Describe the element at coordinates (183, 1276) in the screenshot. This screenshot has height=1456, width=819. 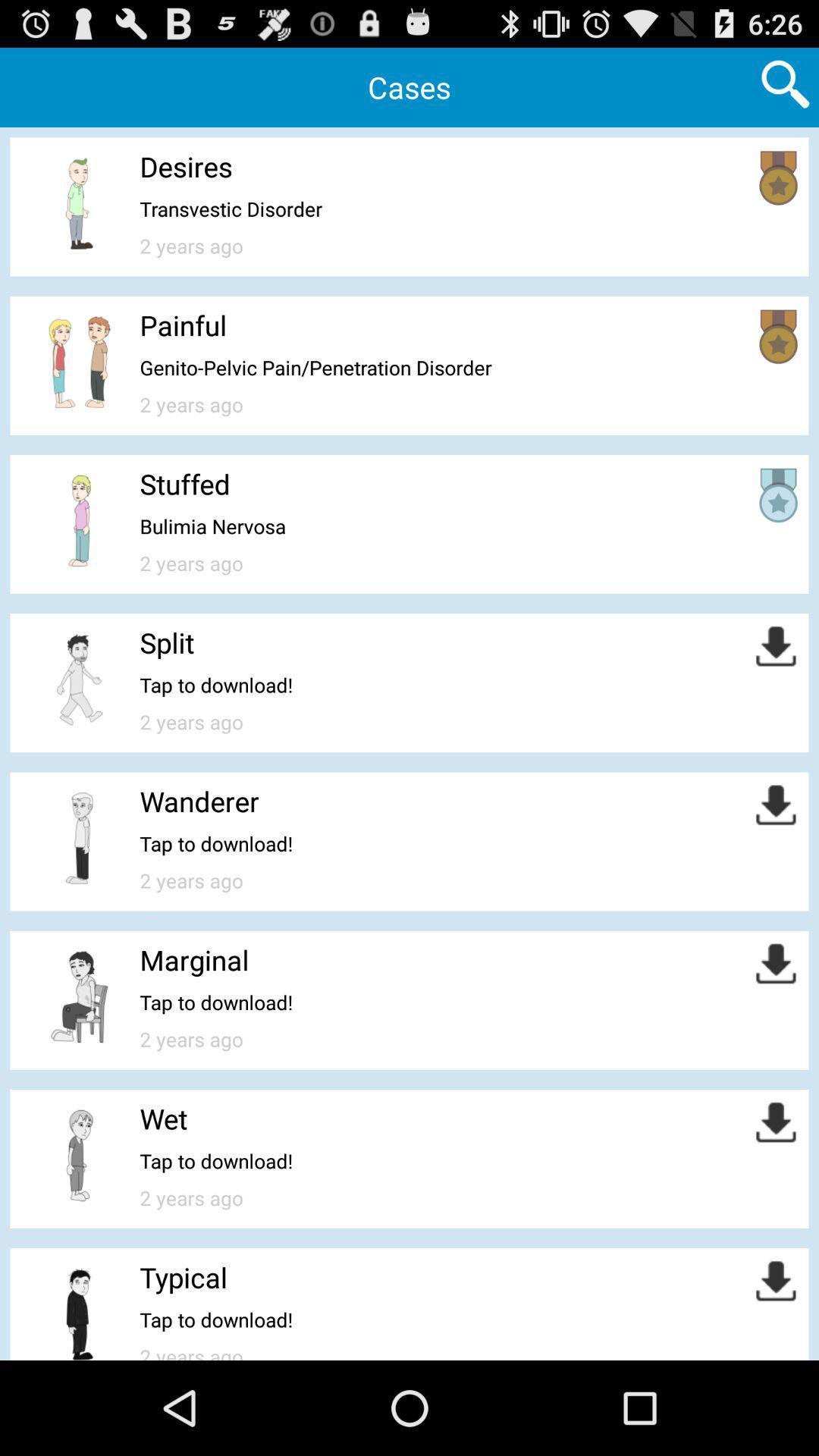
I see `app above the tap to download!` at that location.